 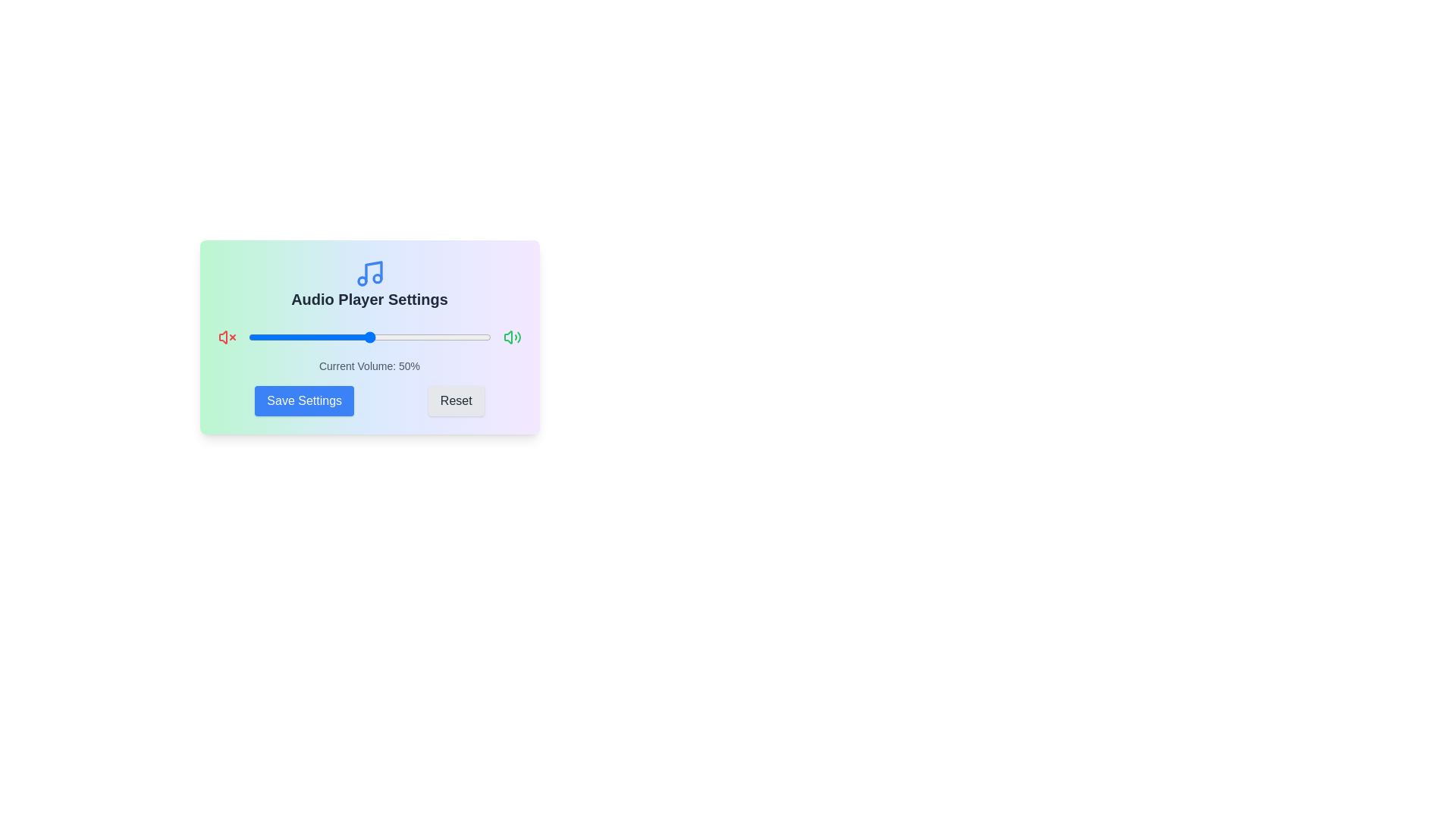 What do you see at coordinates (369, 366) in the screenshot?
I see `the Static Text Label displaying 'Current Volume: 50%' in the Audio Player Settings interface` at bounding box center [369, 366].